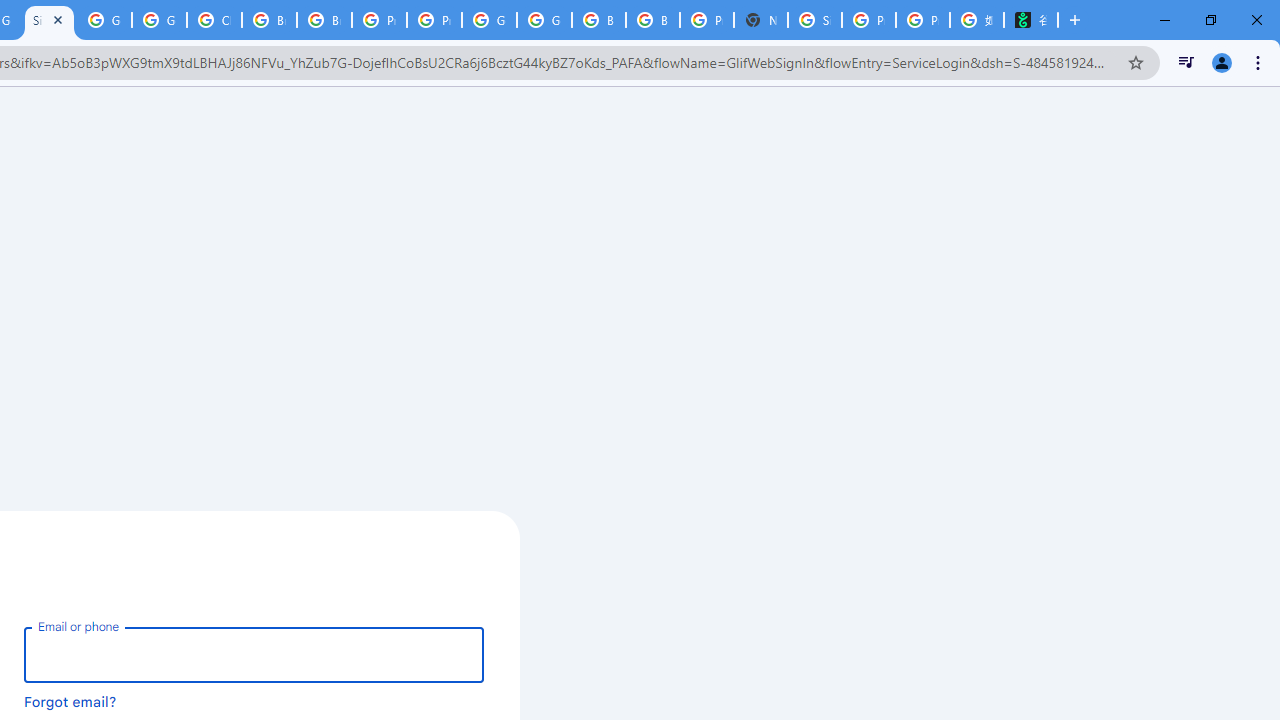 The image size is (1280, 720). I want to click on 'Google Cloud Platform', so click(489, 20).